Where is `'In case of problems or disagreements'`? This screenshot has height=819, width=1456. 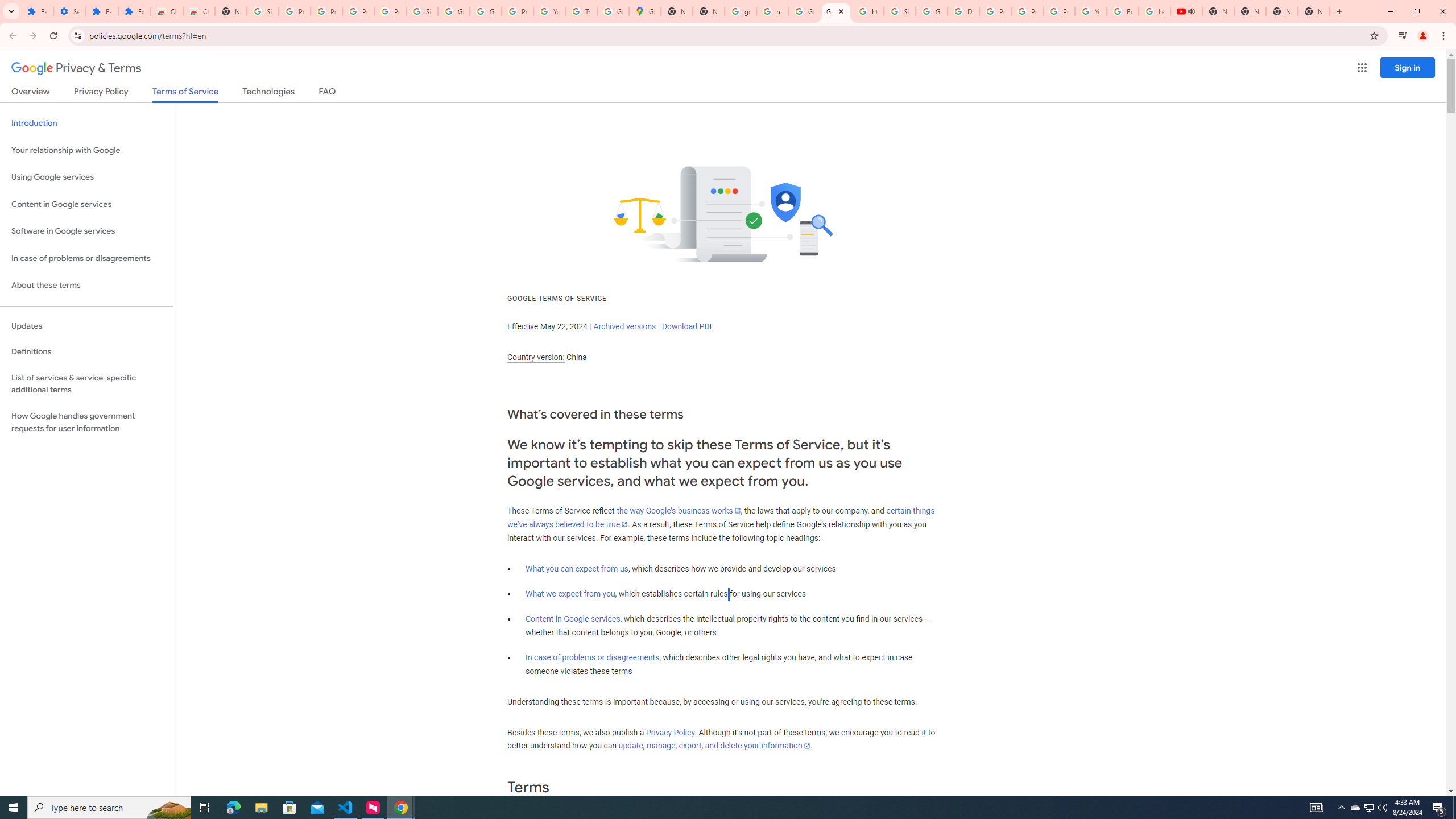 'In case of problems or disagreements' is located at coordinates (591, 657).